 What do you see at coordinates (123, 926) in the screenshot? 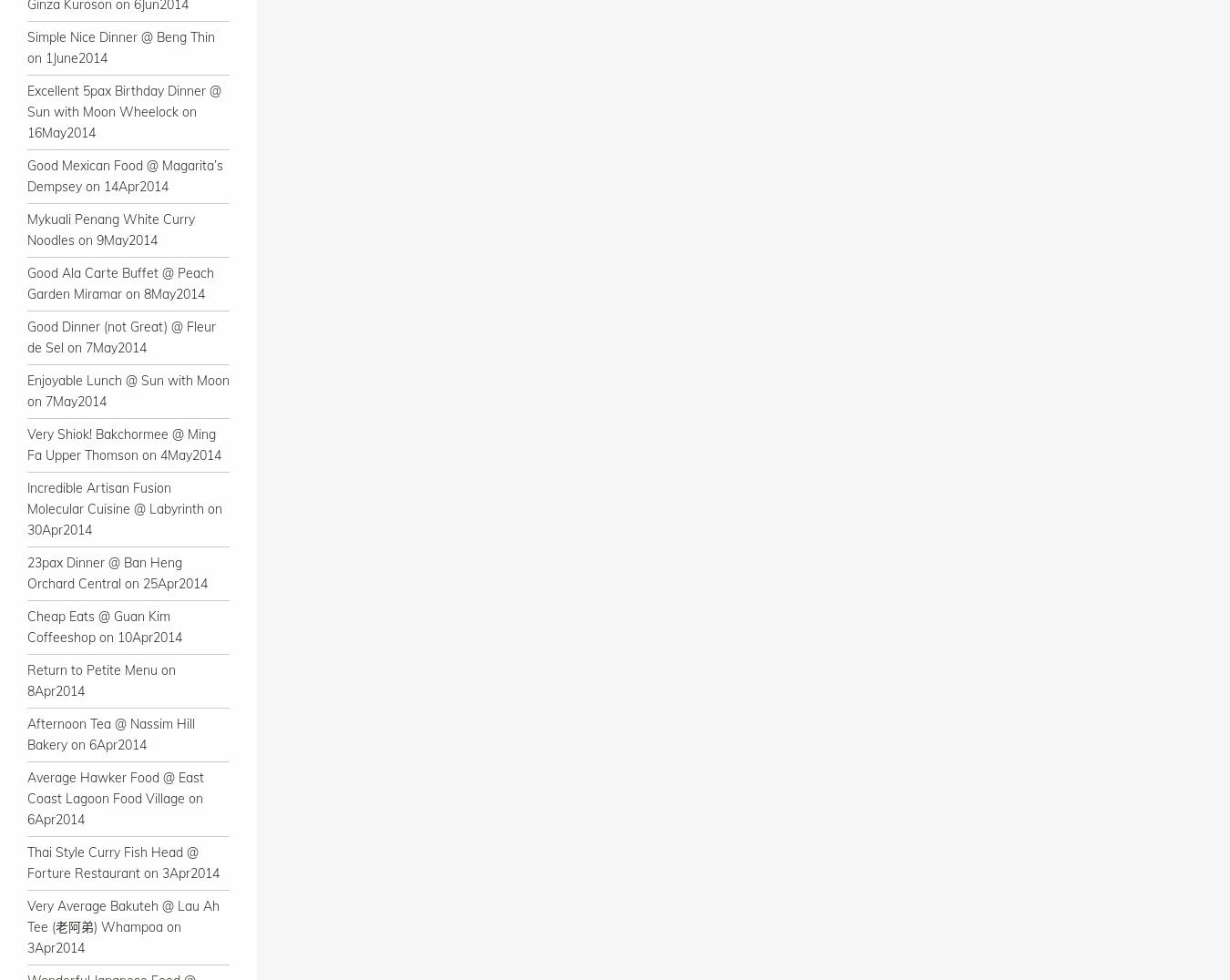
I see `'Very Average Bakuteh @ Lau Ah Tee (老阿弟) Whampoa on 3Apr2014'` at bounding box center [123, 926].